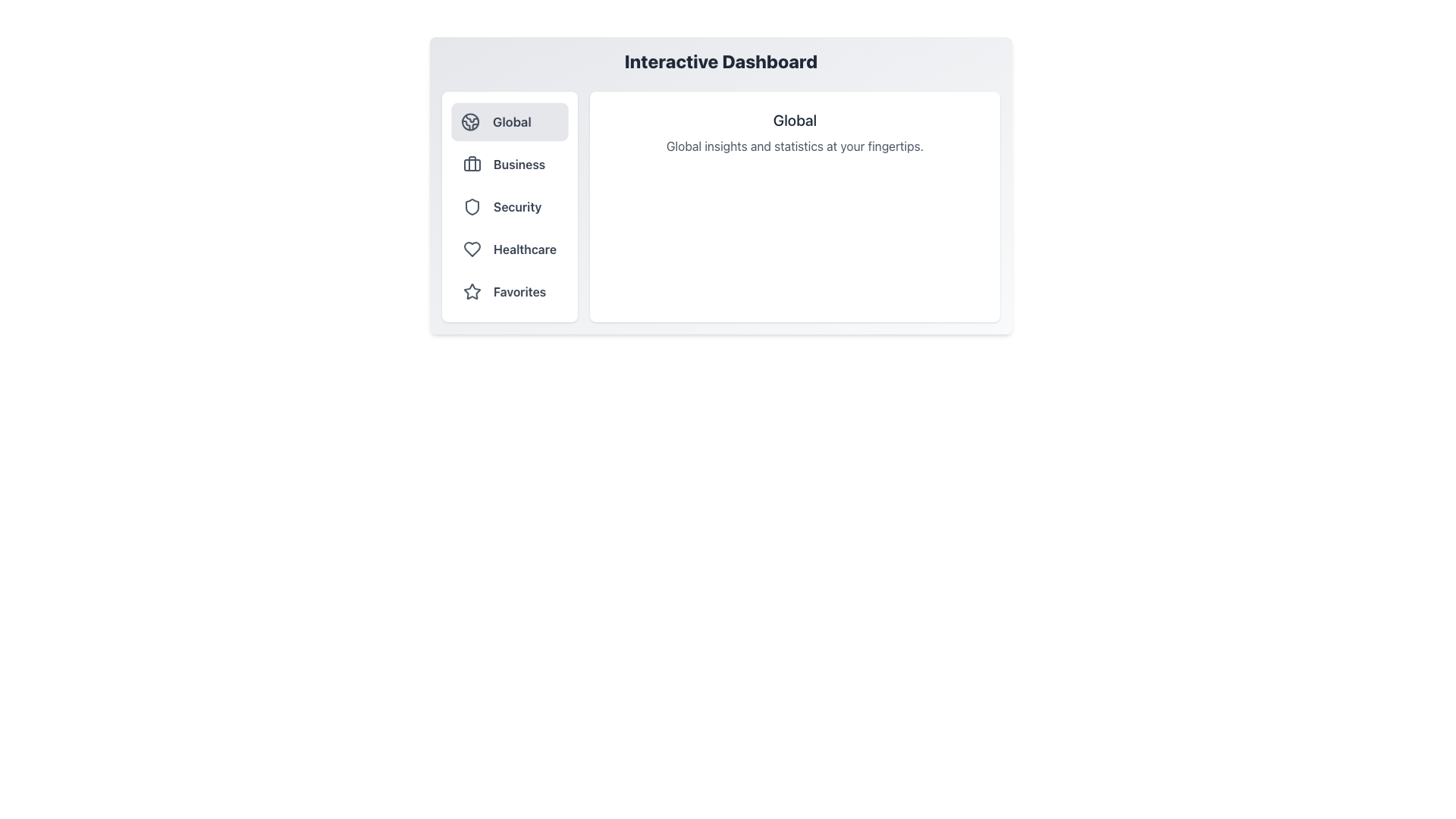 Image resolution: width=1456 pixels, height=819 pixels. I want to click on the vertical line of the briefcase icon in the 'Business' section of the vertical navigation menu, which is part of the icon's graphical representation, so click(472, 164).